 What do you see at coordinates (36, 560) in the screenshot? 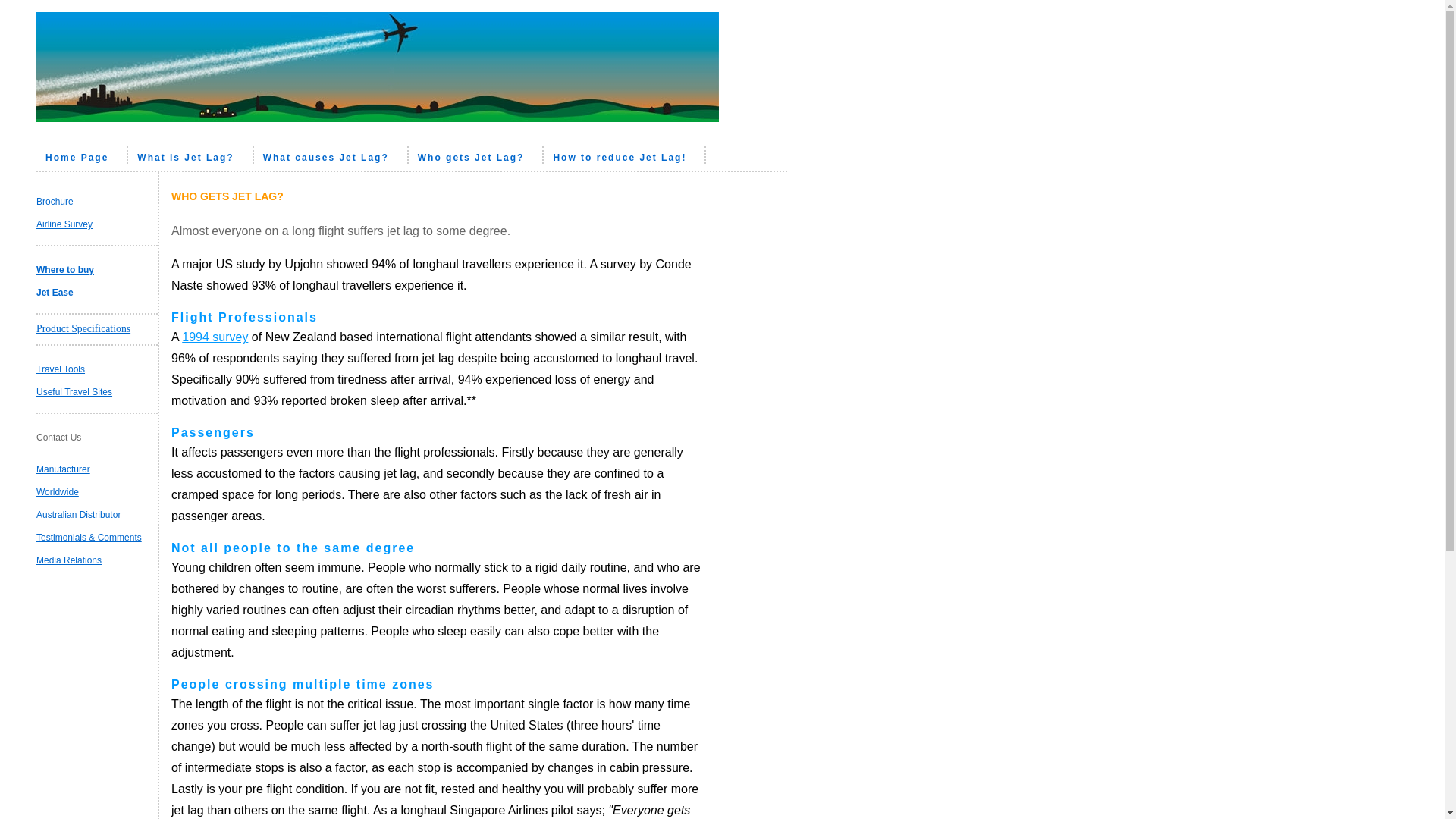
I see `'Media Relations'` at bounding box center [36, 560].